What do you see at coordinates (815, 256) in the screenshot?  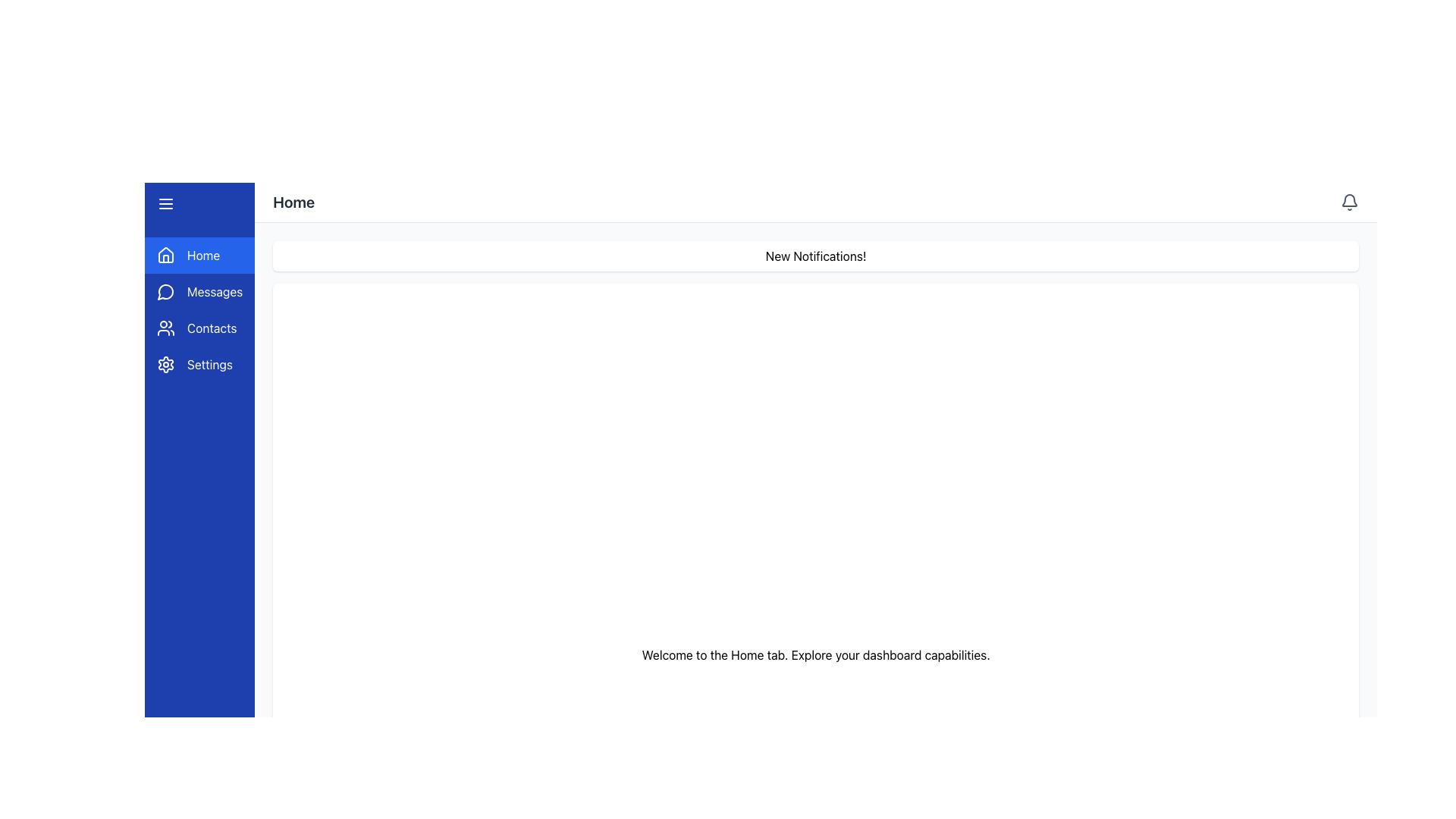 I see `notification text from the Static text notification banner that displays 'New Notifications!'` at bounding box center [815, 256].